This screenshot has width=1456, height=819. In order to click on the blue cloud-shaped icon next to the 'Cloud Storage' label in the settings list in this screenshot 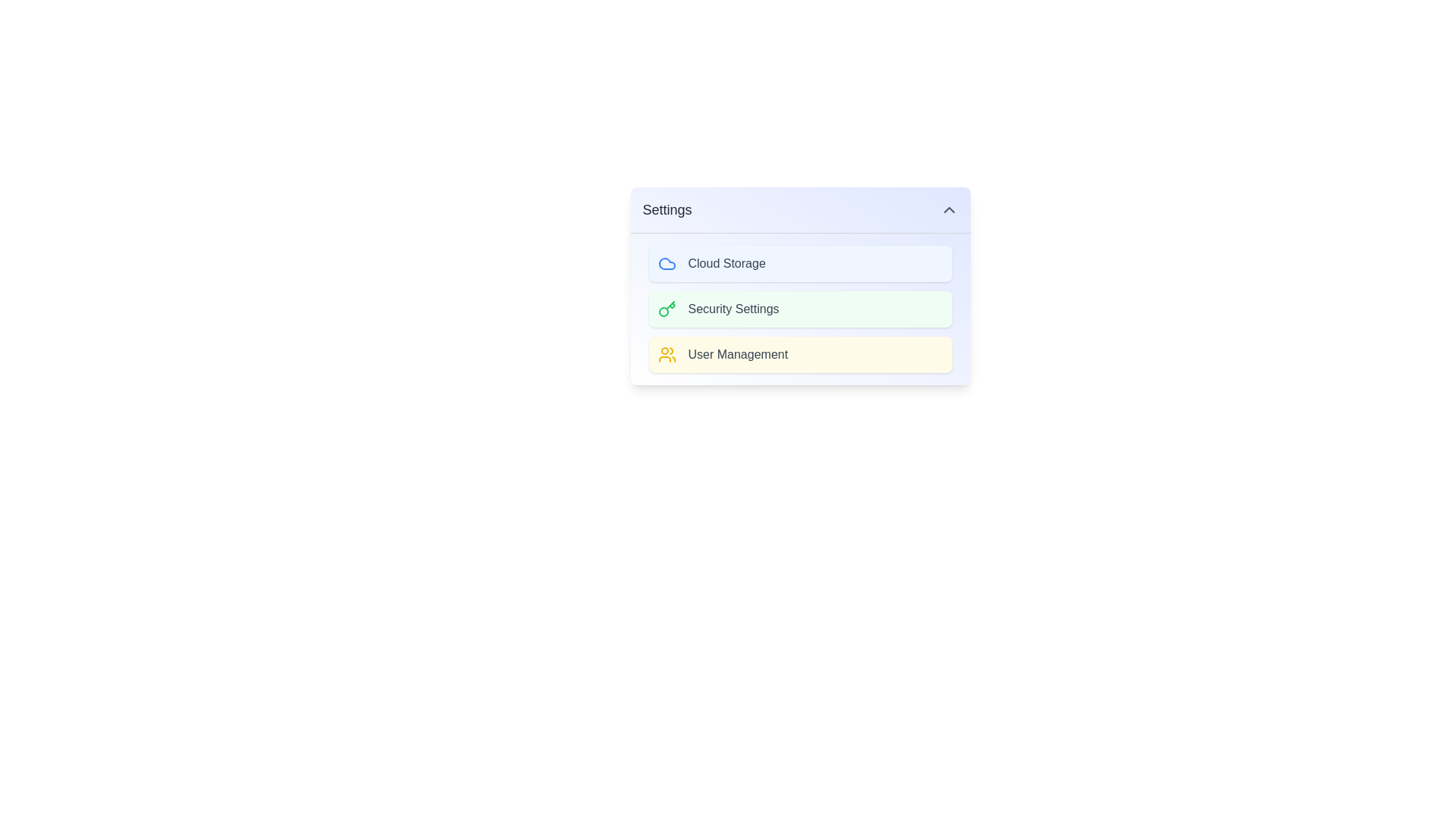, I will do `click(667, 262)`.